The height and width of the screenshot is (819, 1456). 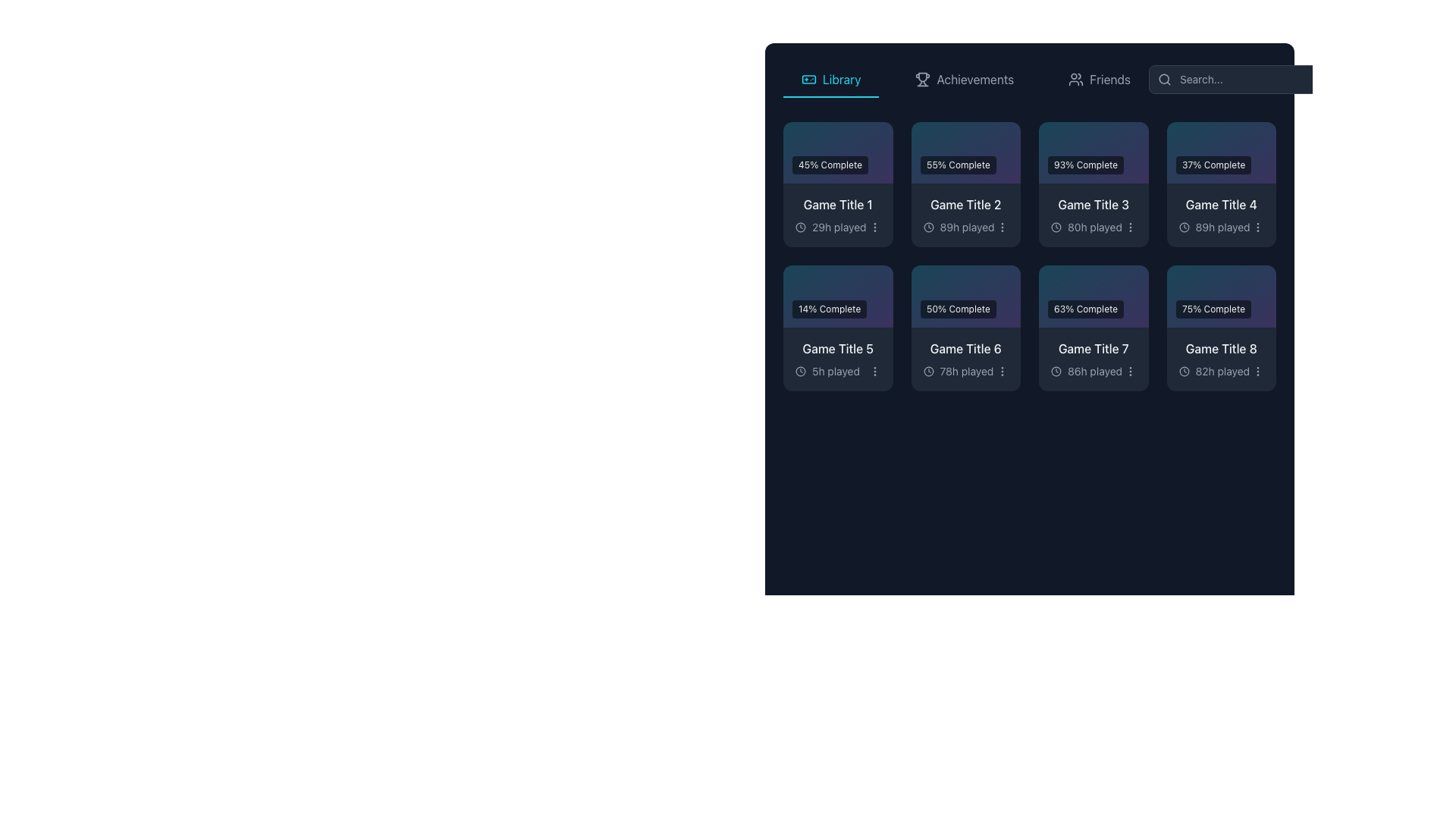 What do you see at coordinates (927, 371) in the screenshot?
I see `the clock icon located to the left of the '78h played' text in the 'Game Title 6' card as a non-interactive indicator` at bounding box center [927, 371].